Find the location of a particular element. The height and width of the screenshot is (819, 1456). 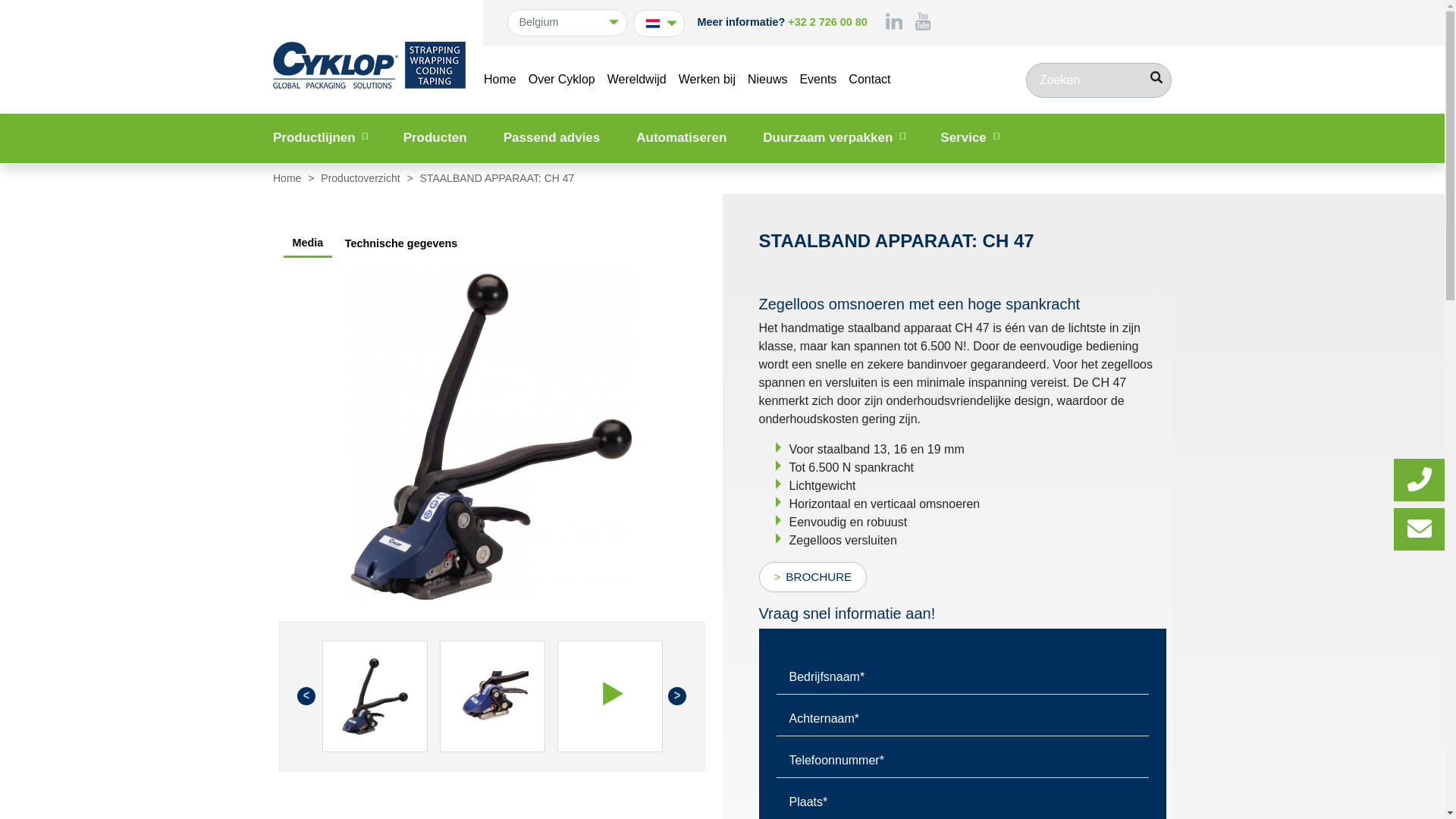

'Duurzaam verpakken' is located at coordinates (833, 137).